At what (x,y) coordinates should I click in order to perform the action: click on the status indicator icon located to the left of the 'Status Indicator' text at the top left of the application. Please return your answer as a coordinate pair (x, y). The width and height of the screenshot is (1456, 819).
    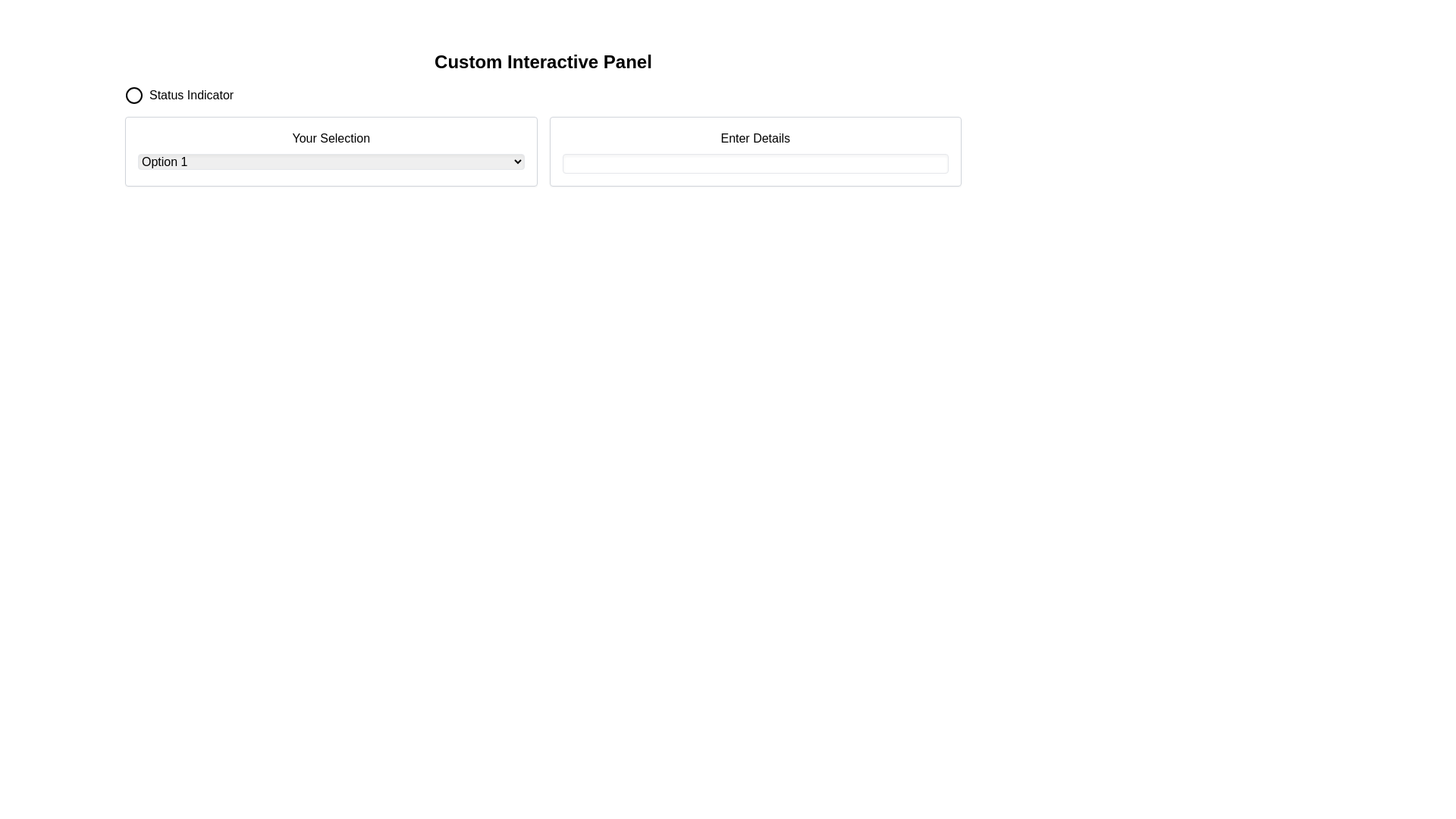
    Looking at the image, I should click on (134, 96).